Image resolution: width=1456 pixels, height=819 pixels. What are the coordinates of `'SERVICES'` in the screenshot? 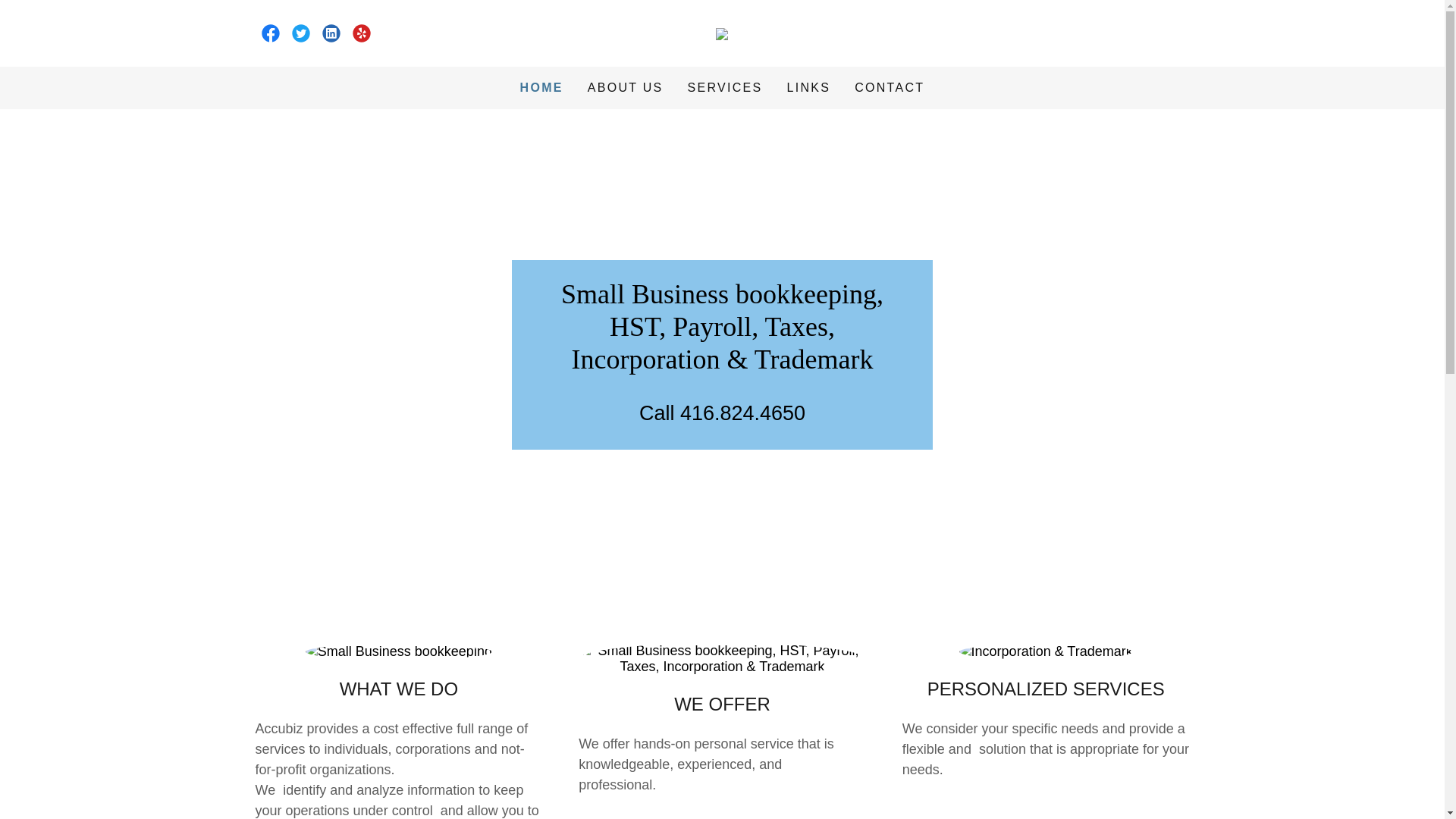 It's located at (724, 87).